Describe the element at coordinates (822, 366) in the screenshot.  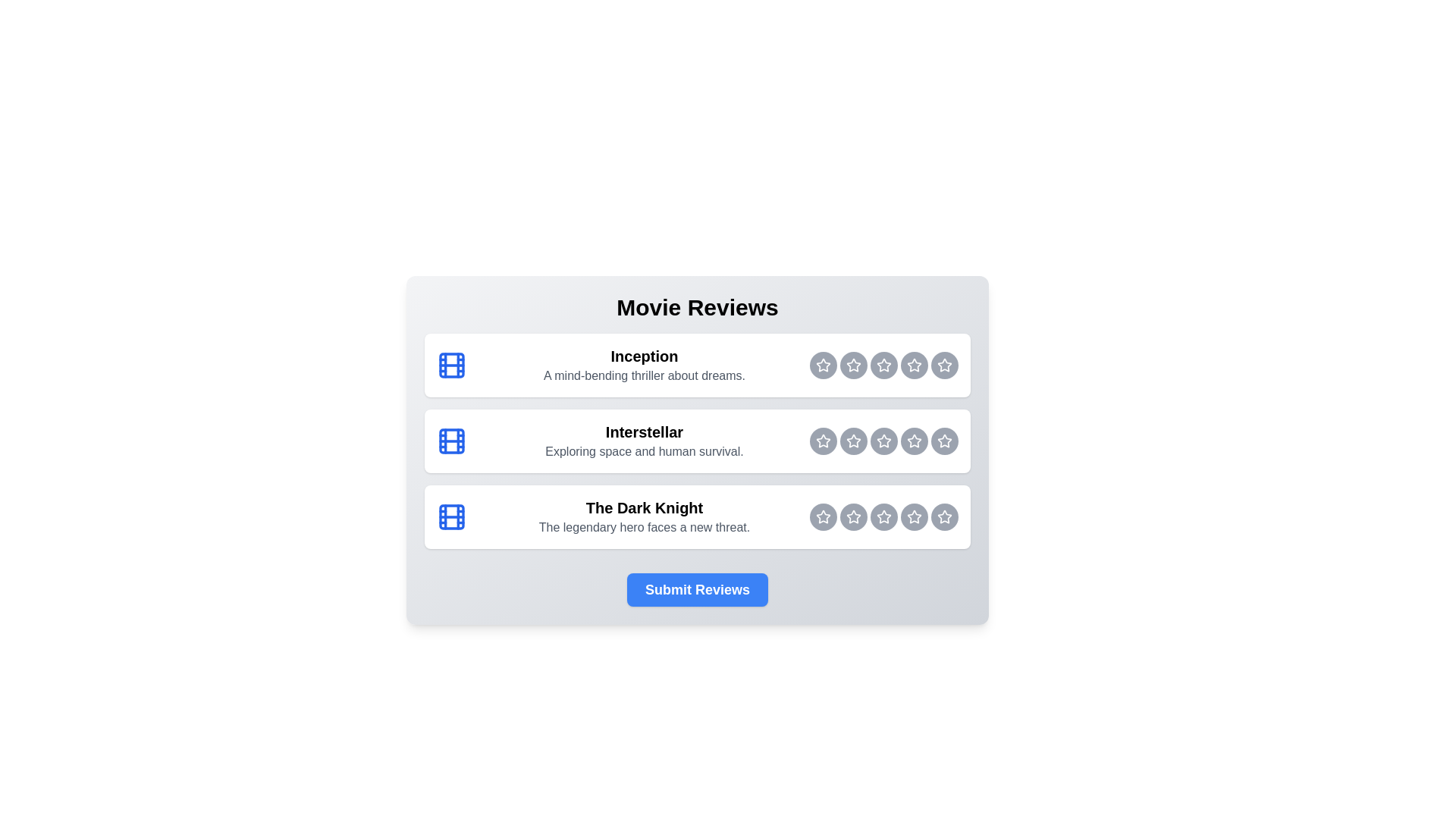
I see `the rating button for Inception at 1 stars` at that location.